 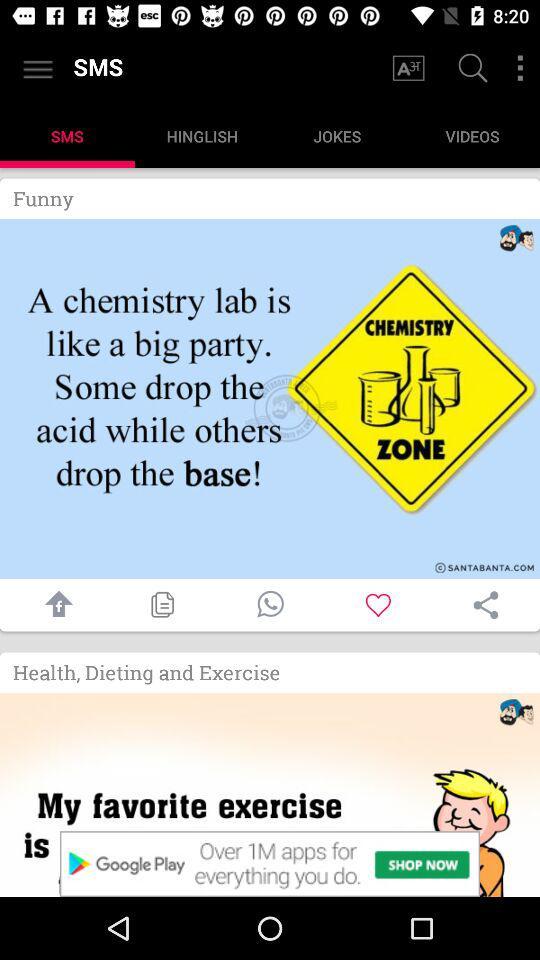 I want to click on advertisements, so click(x=270, y=863).